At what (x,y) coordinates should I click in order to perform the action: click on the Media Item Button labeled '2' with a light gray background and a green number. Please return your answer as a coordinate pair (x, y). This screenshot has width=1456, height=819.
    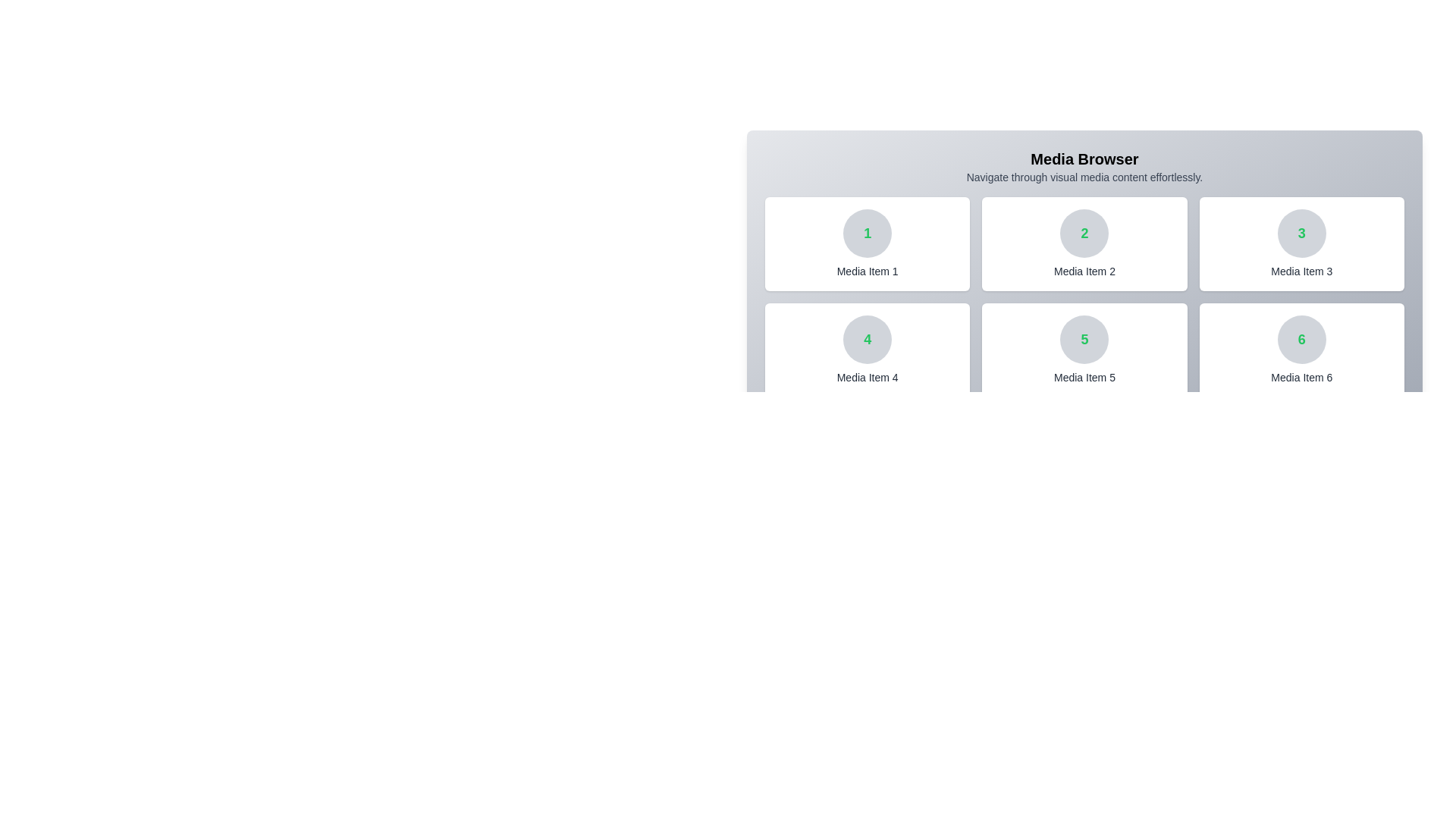
    Looking at the image, I should click on (1084, 251).